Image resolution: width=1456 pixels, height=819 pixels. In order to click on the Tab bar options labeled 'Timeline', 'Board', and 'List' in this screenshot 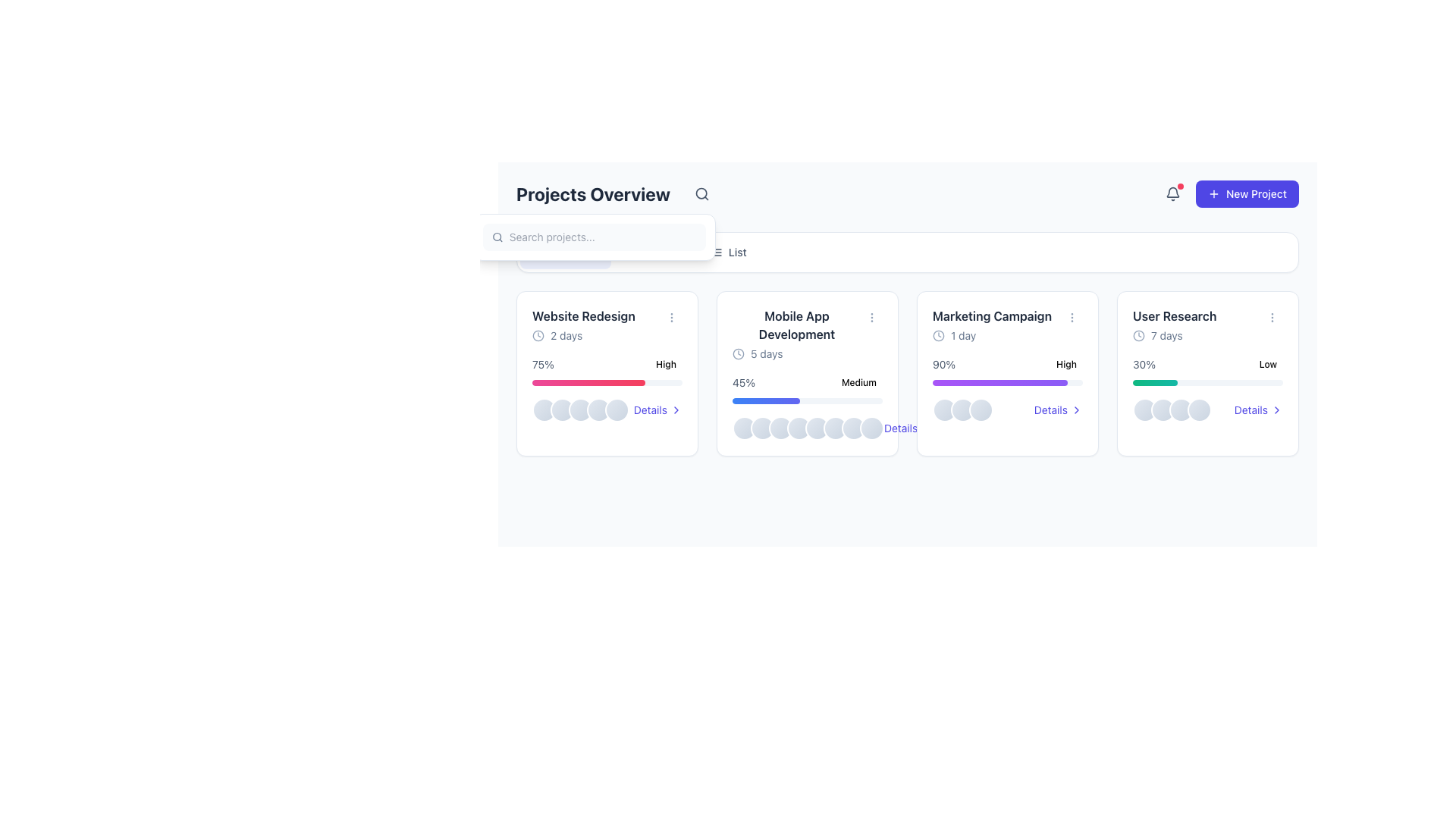, I will do `click(907, 251)`.